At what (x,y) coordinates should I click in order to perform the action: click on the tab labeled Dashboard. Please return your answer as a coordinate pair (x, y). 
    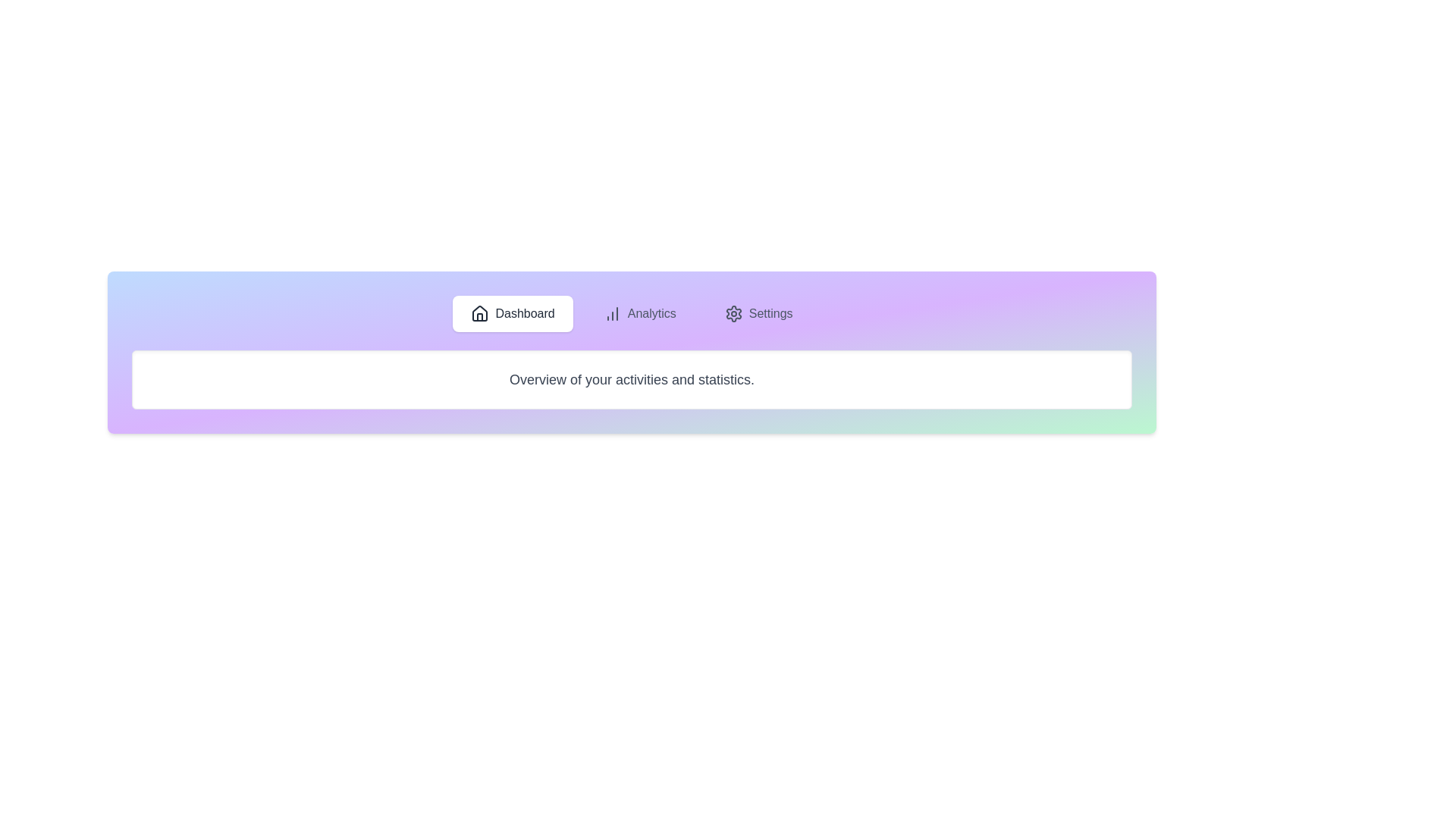
    Looking at the image, I should click on (513, 312).